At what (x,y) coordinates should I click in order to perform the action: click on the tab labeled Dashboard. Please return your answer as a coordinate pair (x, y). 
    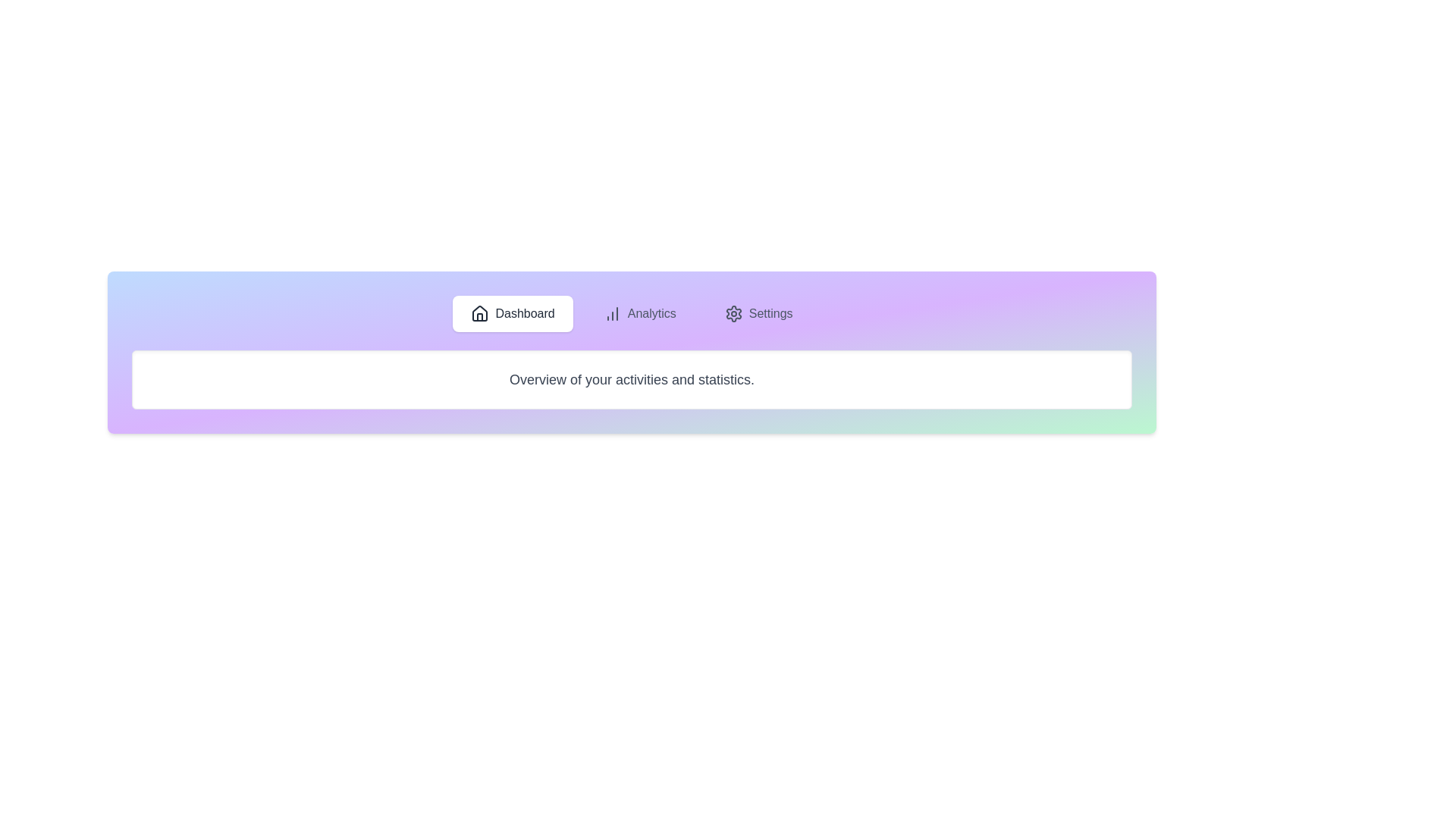
    Looking at the image, I should click on (513, 312).